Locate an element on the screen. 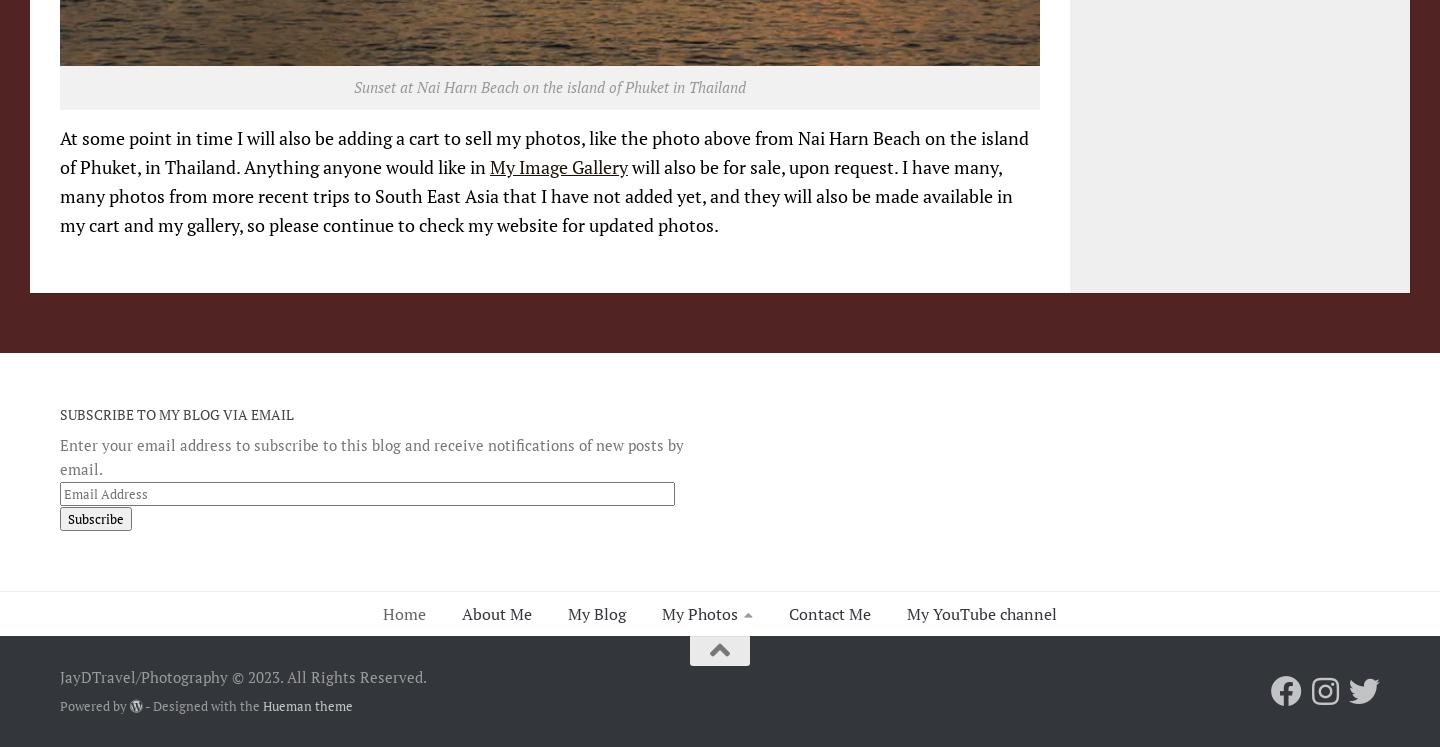 The image size is (1440, 747). 'My Image Gallery' is located at coordinates (559, 167).